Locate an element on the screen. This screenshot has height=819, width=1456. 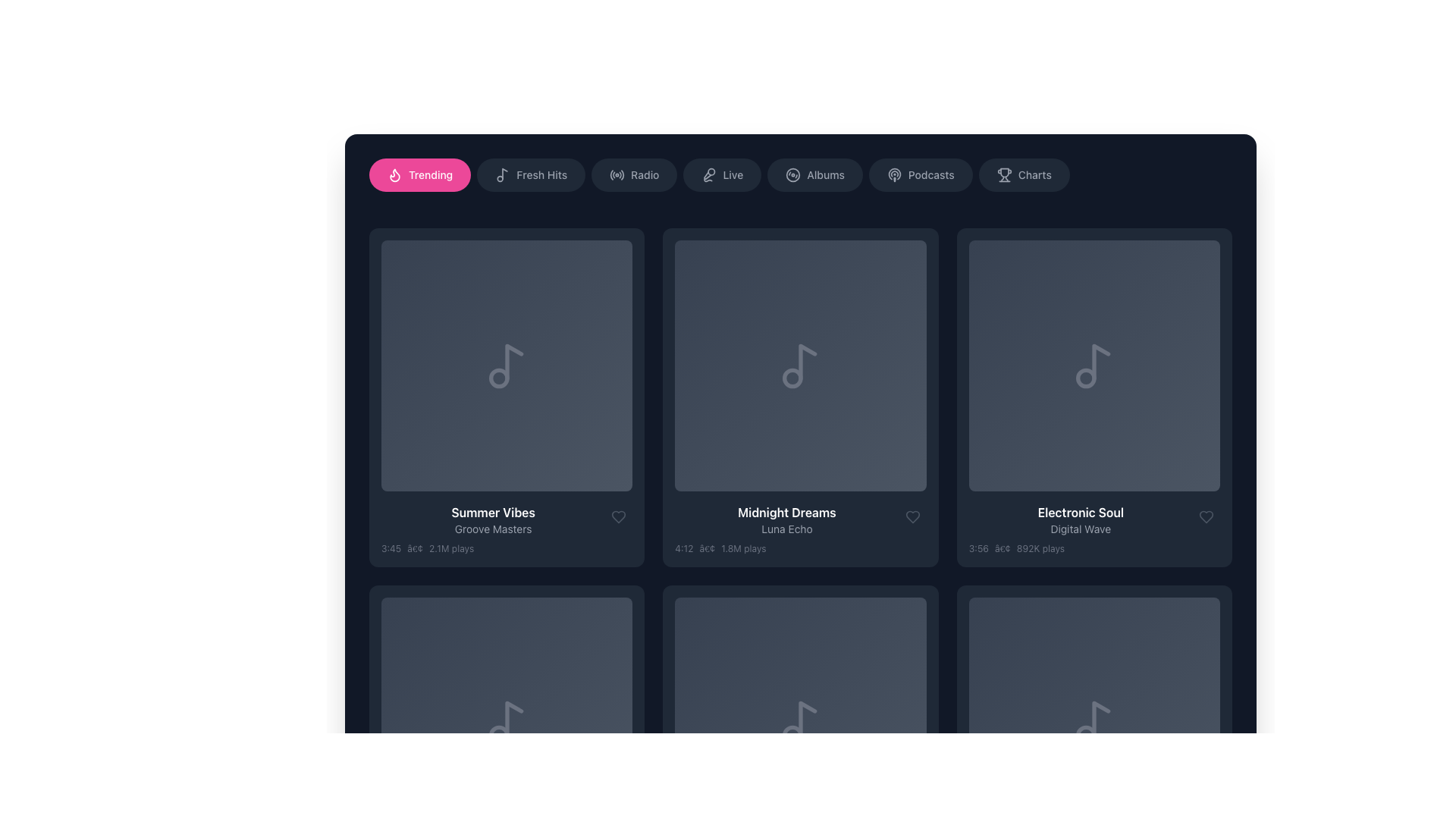
the decorative graphic component is located at coordinates (792, 377).